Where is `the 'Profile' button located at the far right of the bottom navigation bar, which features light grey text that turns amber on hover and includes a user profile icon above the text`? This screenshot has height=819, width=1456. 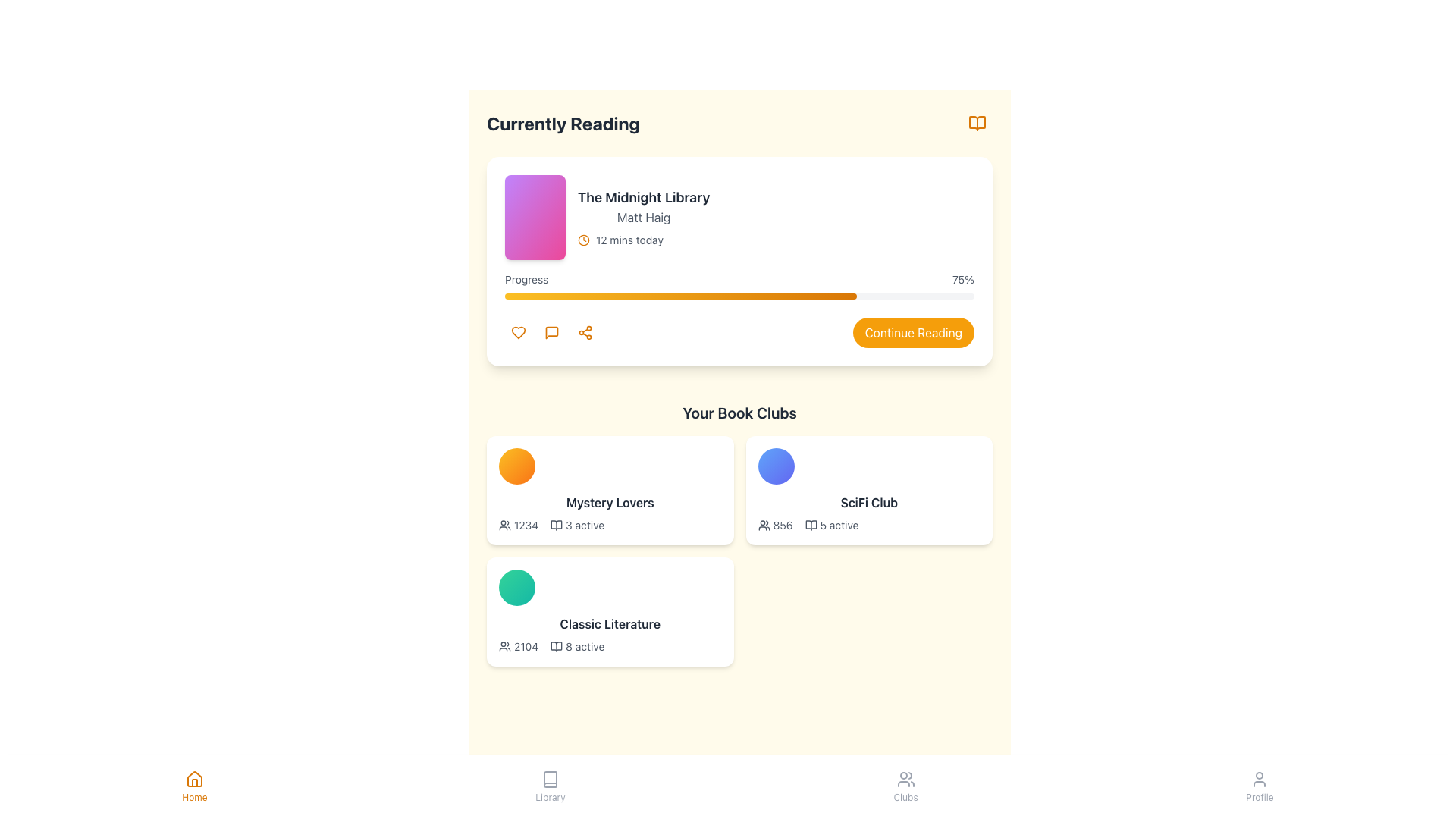
the 'Profile' button located at the far right of the bottom navigation bar, which features light grey text that turns amber on hover and includes a user profile icon above the text is located at coordinates (1260, 786).